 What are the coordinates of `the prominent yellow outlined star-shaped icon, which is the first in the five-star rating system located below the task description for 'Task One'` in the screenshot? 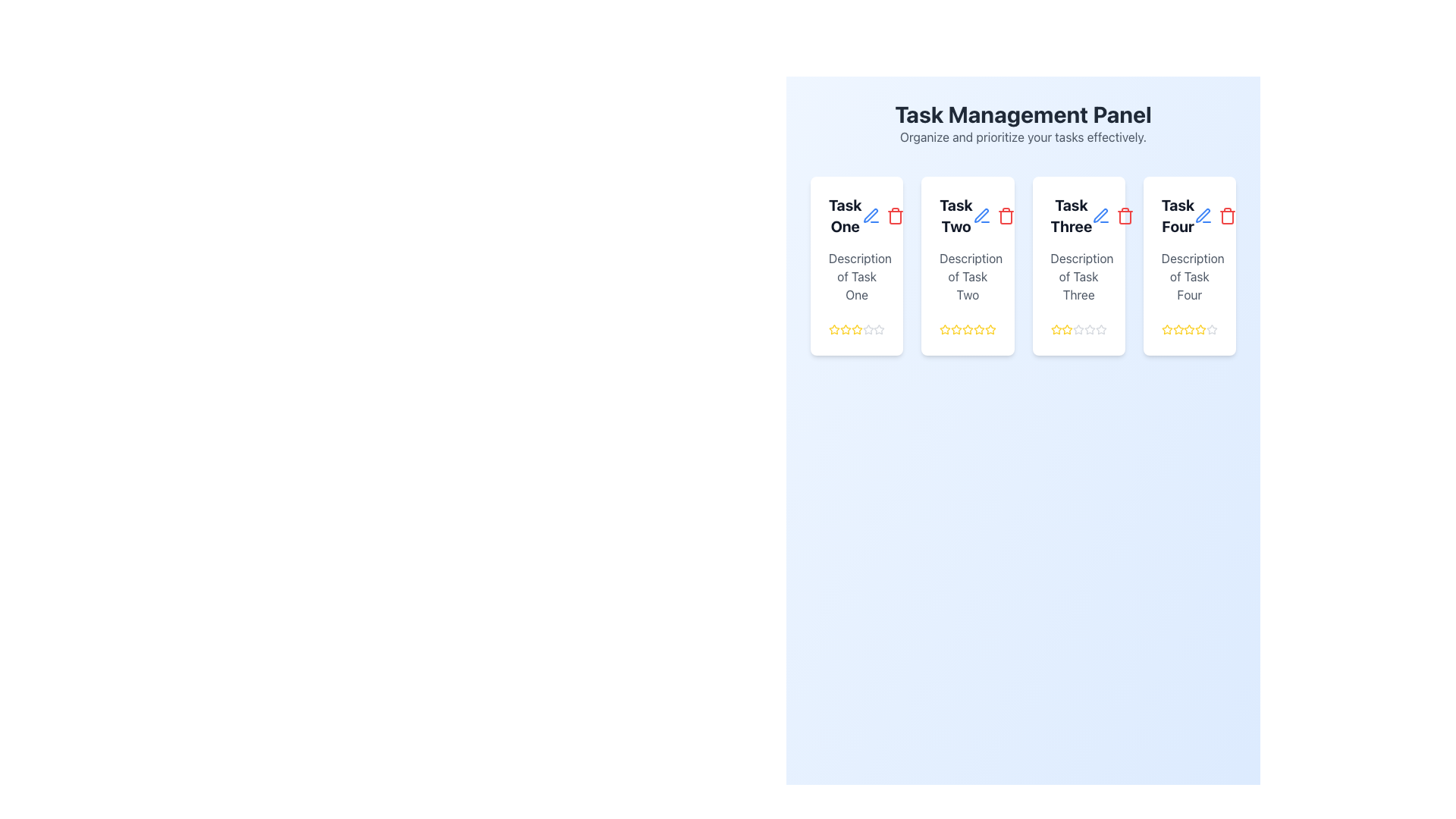 It's located at (833, 329).